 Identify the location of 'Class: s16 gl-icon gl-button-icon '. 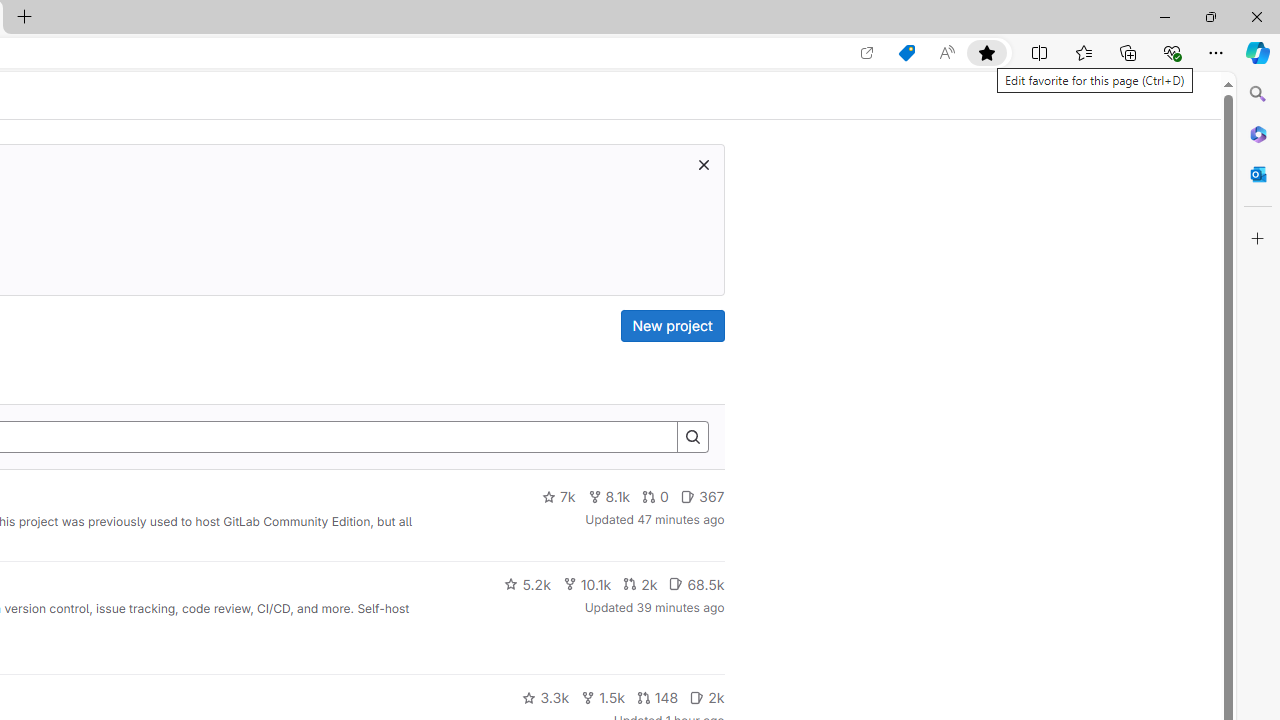
(703, 163).